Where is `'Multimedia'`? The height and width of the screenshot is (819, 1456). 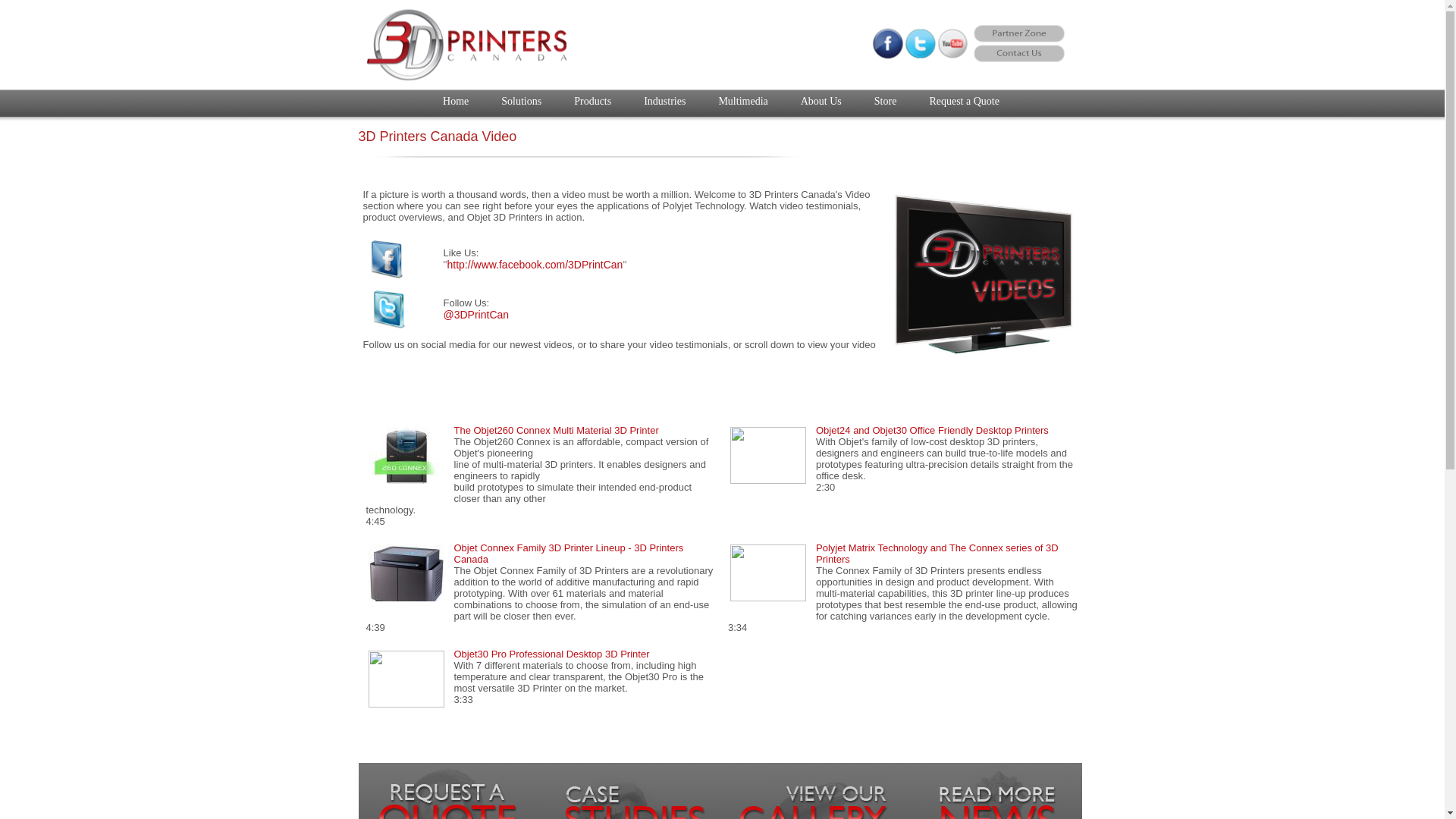 'Multimedia' is located at coordinates (742, 102).